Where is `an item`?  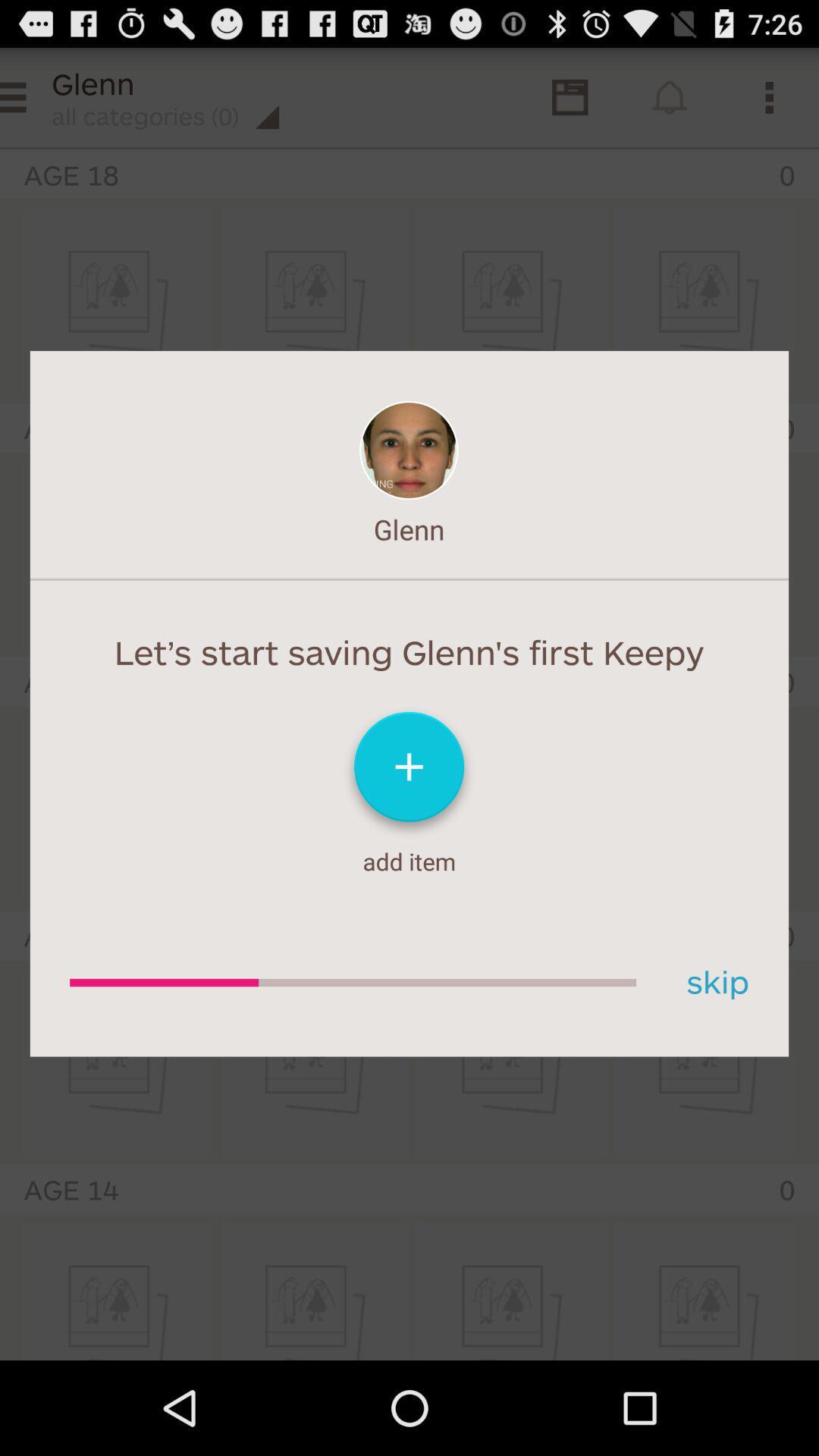
an item is located at coordinates (409, 773).